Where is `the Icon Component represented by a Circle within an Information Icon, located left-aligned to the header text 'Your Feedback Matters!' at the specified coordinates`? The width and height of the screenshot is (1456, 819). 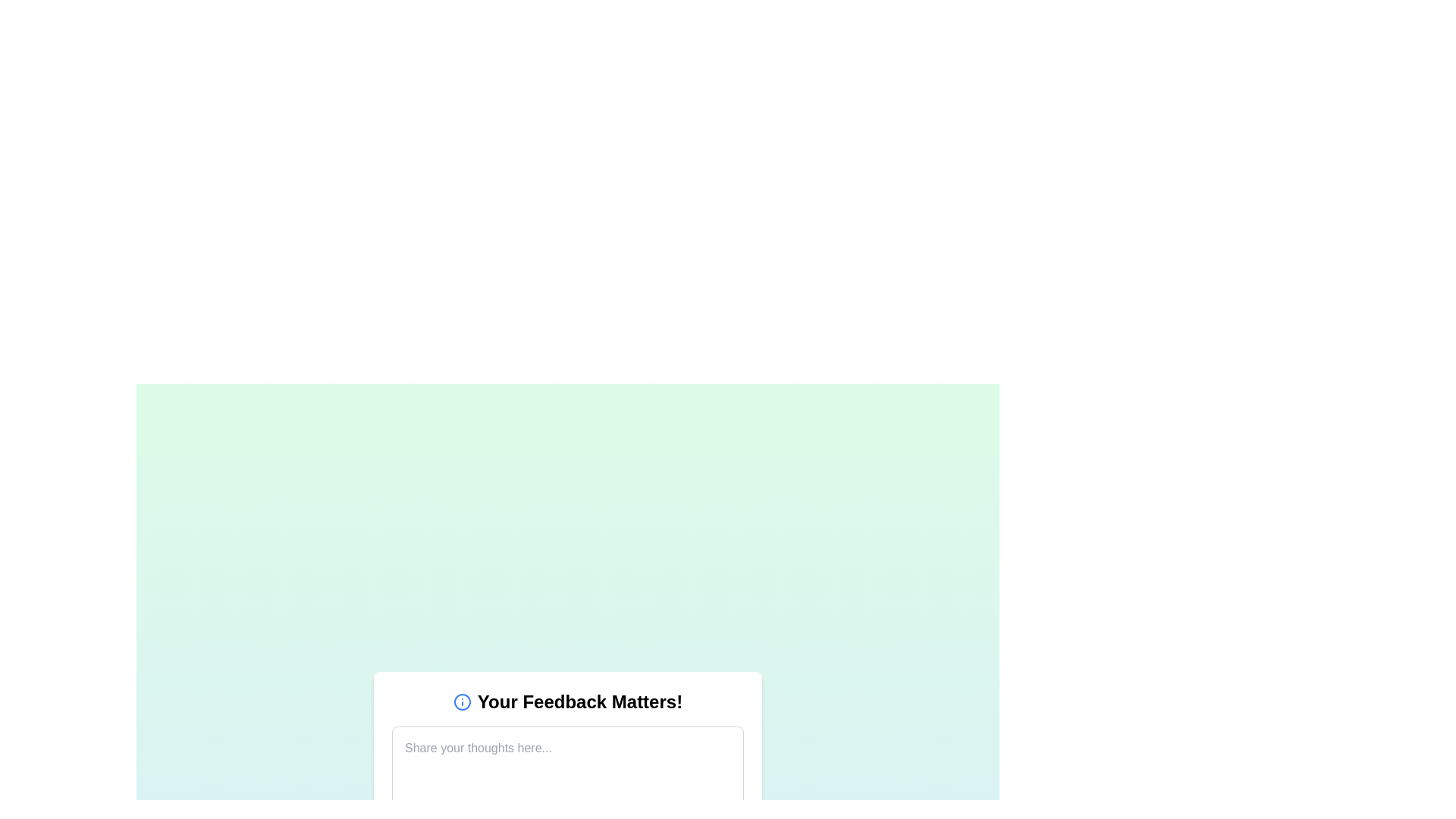
the Icon Component represented by a Circle within an Information Icon, located left-aligned to the header text 'Your Feedback Matters!' at the specified coordinates is located at coordinates (461, 701).